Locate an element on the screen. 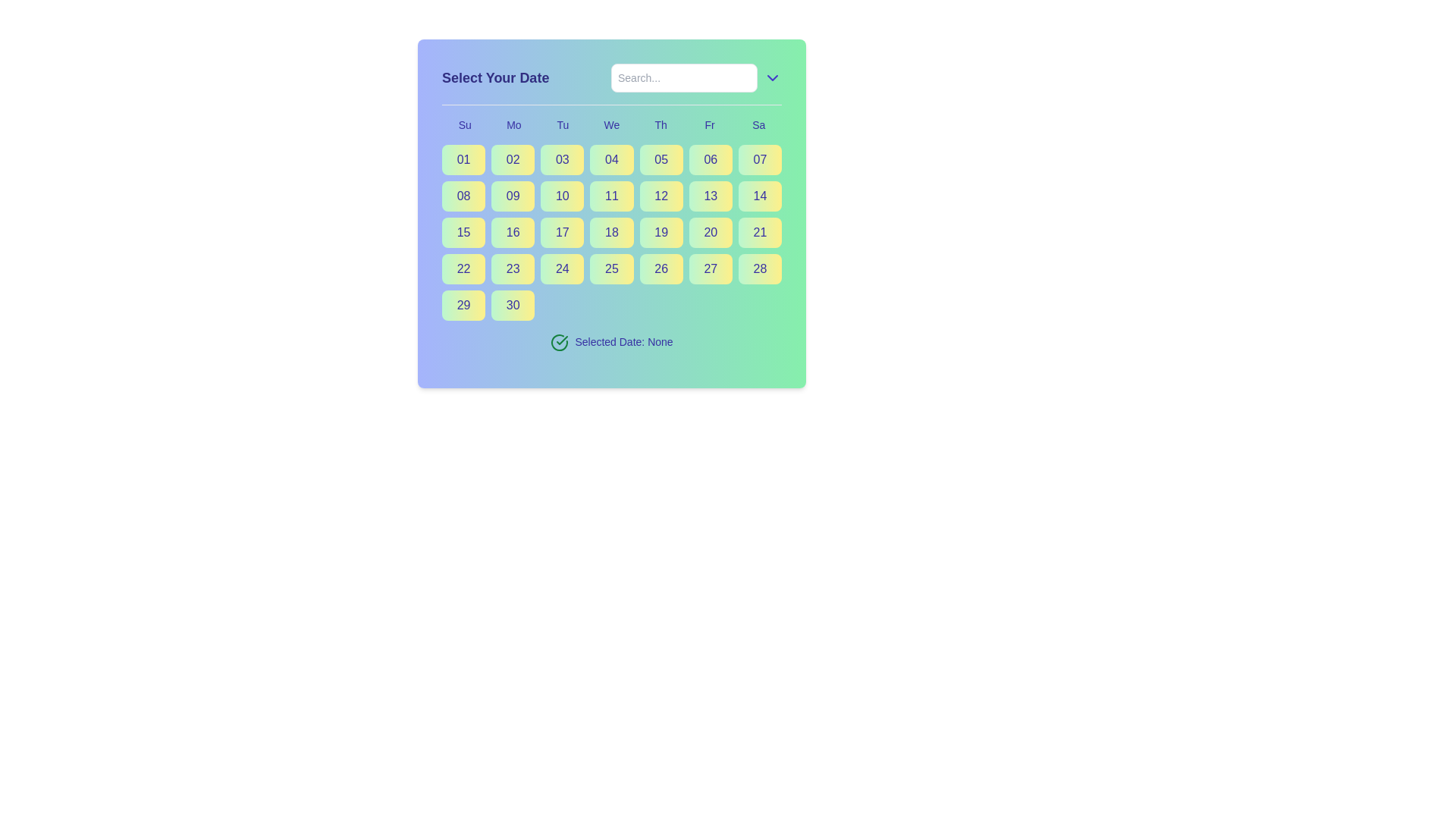  the button representing the 5th day of the month, located in a grid layout under the heading 'Th' is located at coordinates (661, 160).